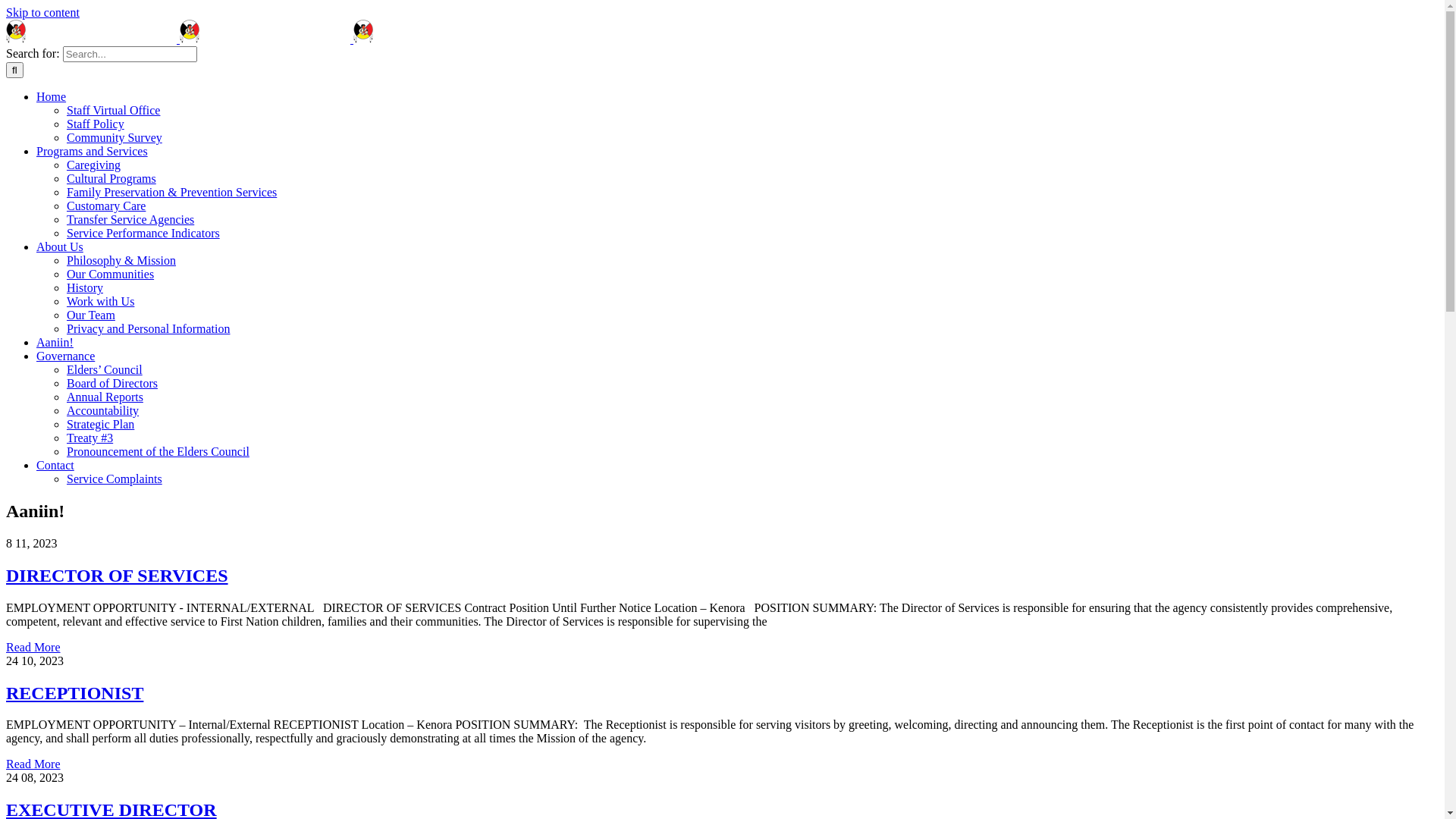 The width and height of the screenshot is (1456, 819). What do you see at coordinates (55, 464) in the screenshot?
I see `'Contact'` at bounding box center [55, 464].